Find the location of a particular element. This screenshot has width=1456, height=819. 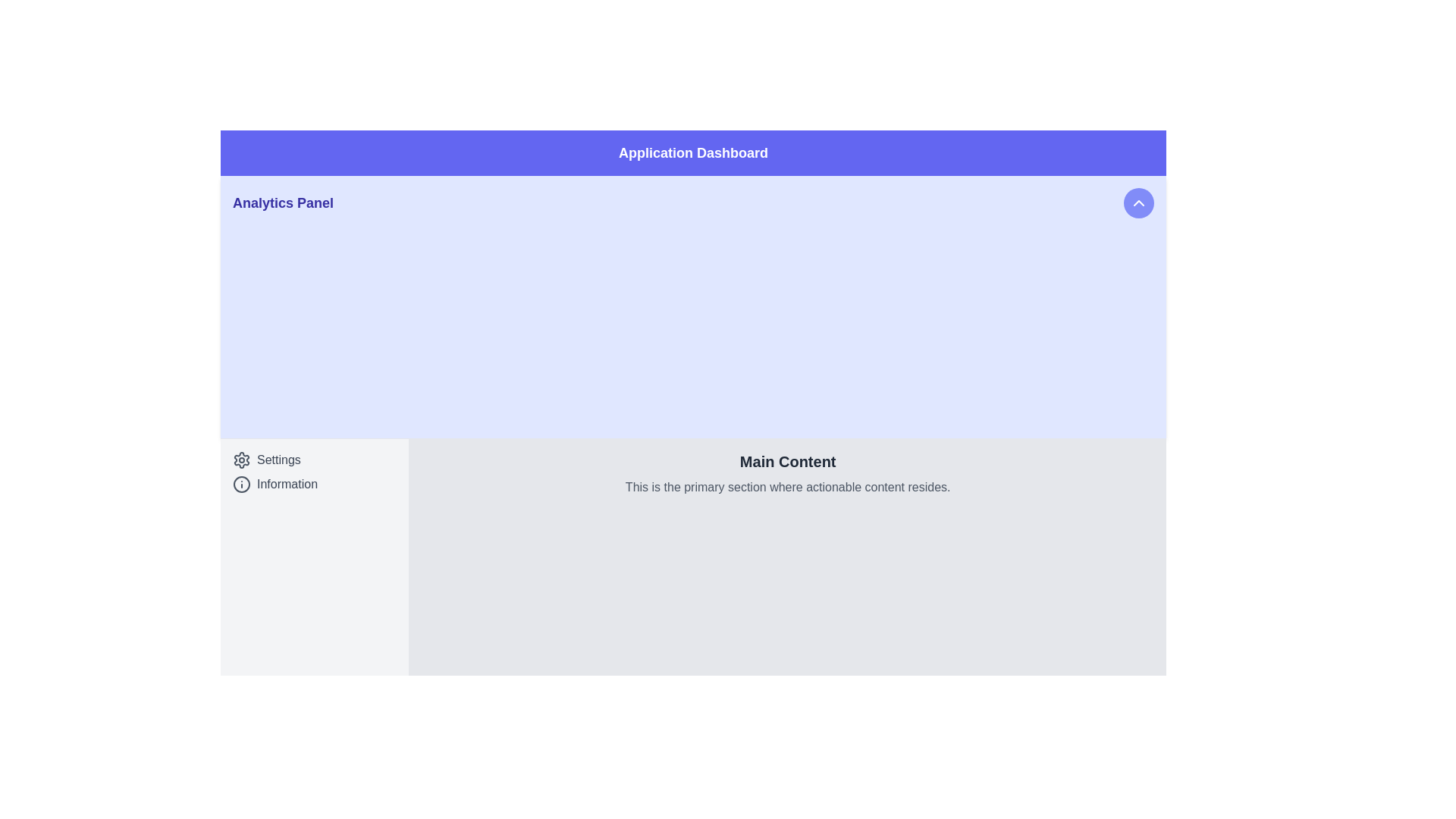

the gear-shaped dark gray icon located next to the 'Settings' text label in the sidebar is located at coordinates (240, 458).